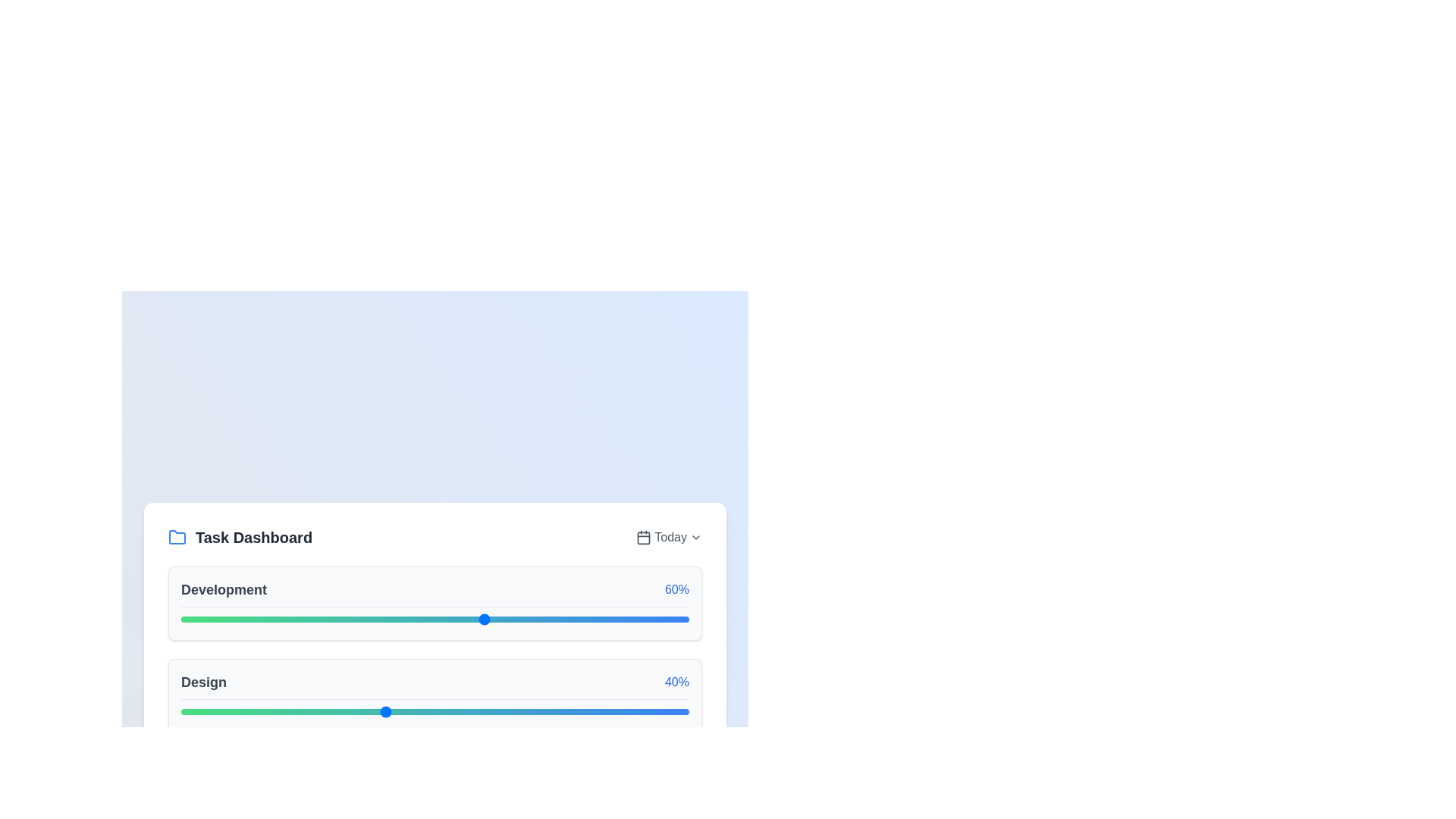 This screenshot has width=1456, height=819. Describe the element at coordinates (516, 803) in the screenshot. I see `the slider value` at that location.